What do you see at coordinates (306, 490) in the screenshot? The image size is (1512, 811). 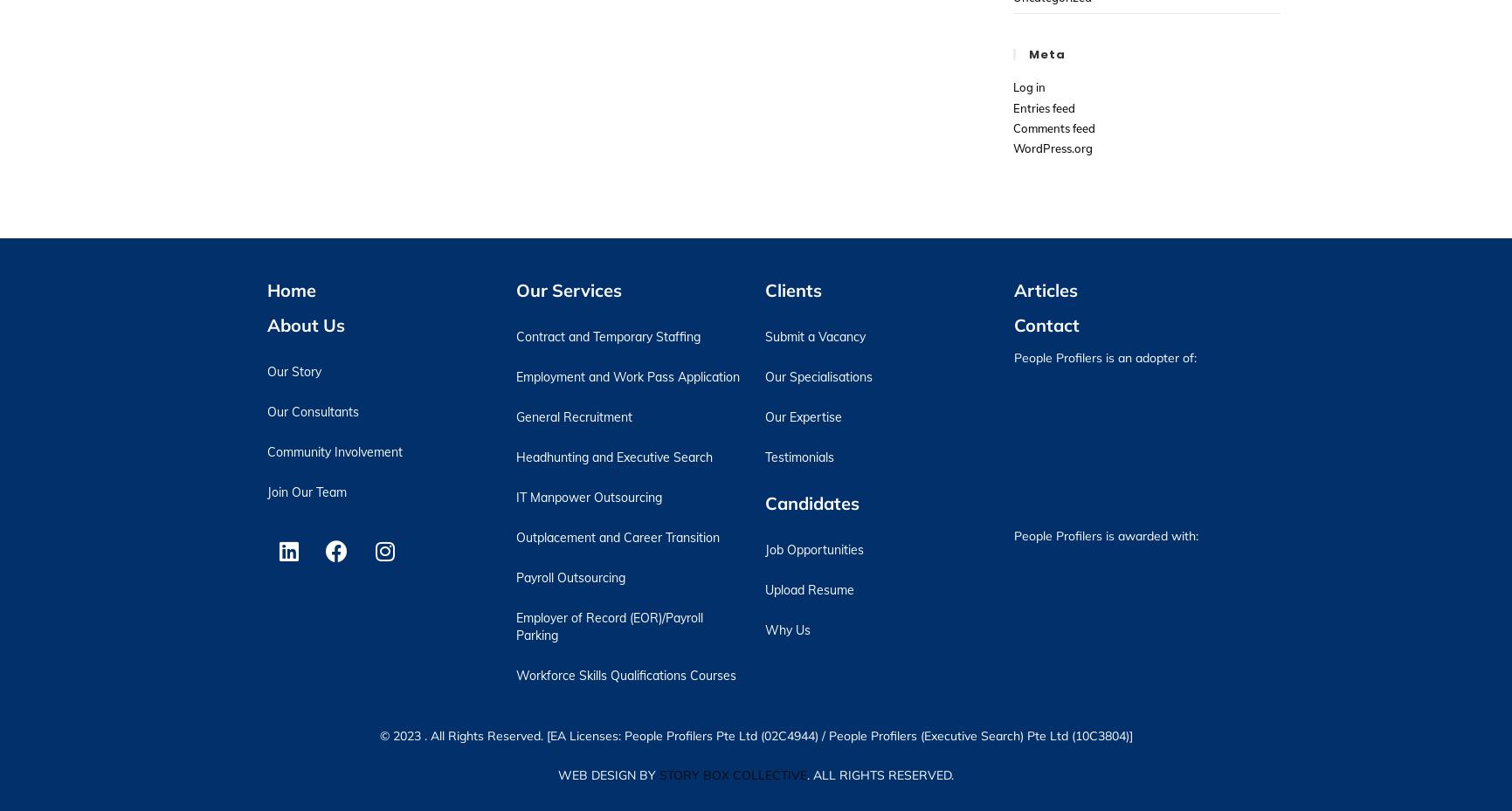 I see `'Join Our Team'` at bounding box center [306, 490].